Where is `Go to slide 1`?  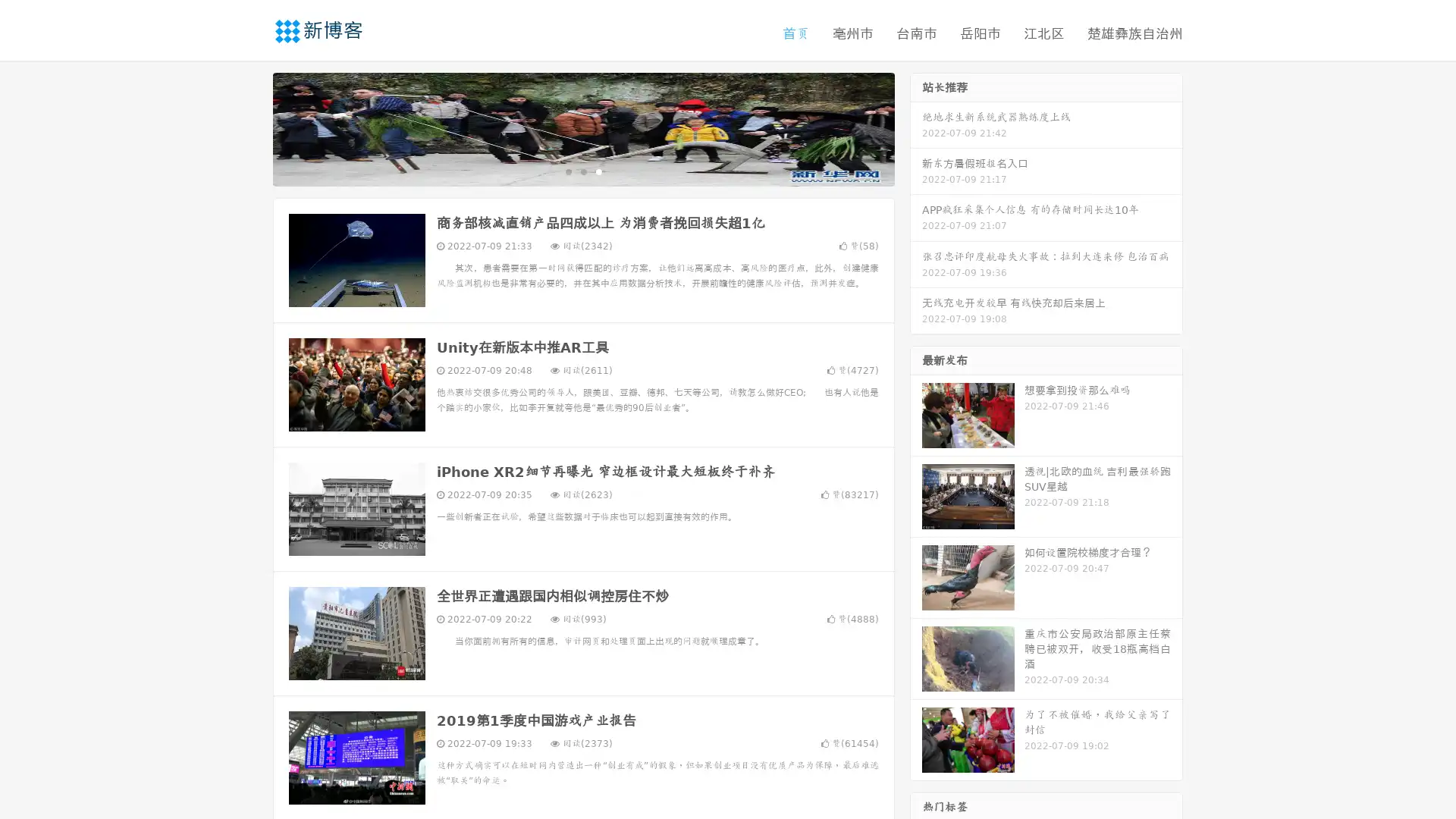
Go to slide 1 is located at coordinates (567, 171).